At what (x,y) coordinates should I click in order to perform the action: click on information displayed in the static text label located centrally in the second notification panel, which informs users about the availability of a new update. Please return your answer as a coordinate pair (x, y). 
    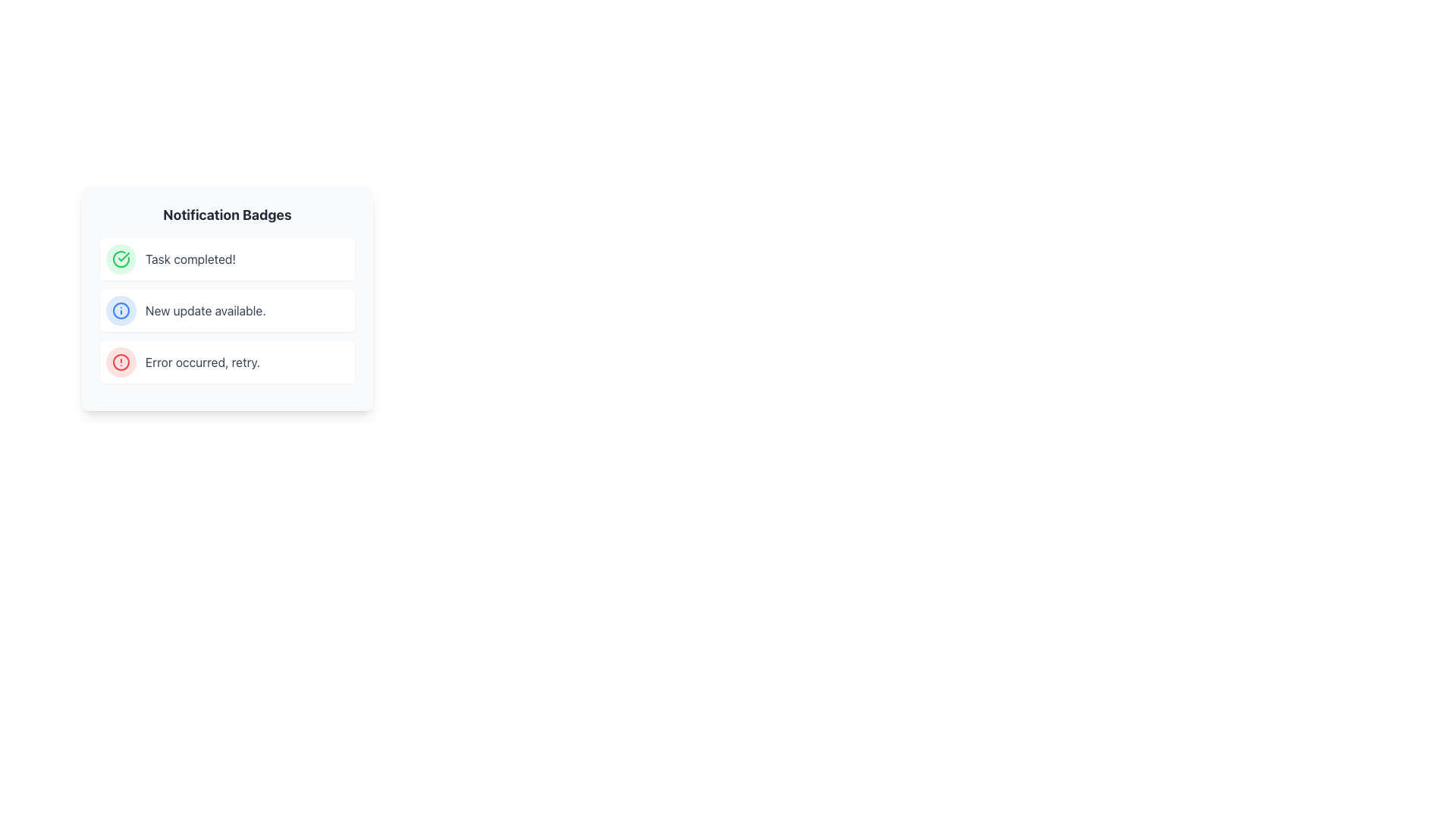
    Looking at the image, I should click on (205, 309).